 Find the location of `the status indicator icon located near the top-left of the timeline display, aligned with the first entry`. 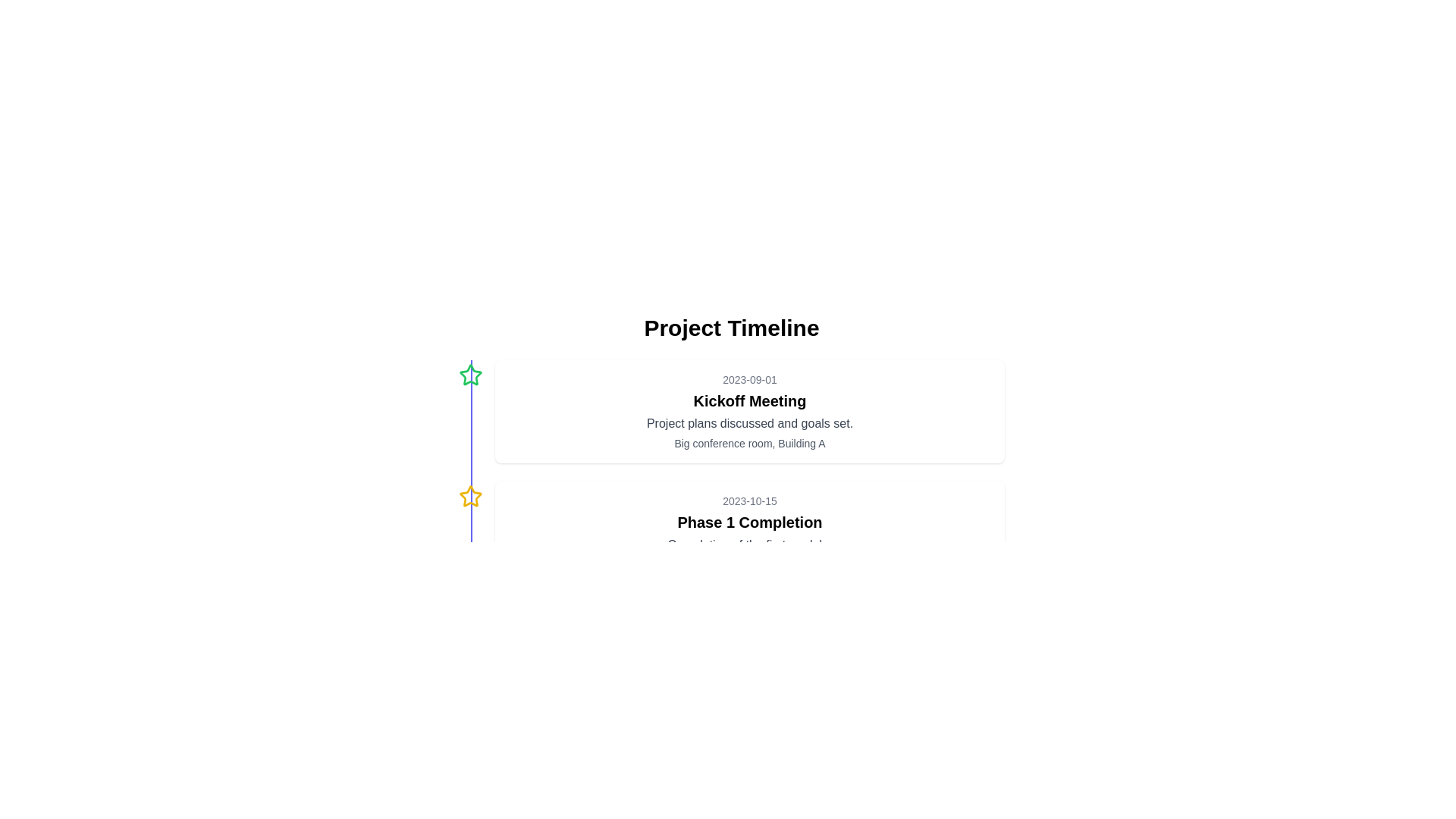

the status indicator icon located near the top-left of the timeline display, aligned with the first entry is located at coordinates (469, 375).